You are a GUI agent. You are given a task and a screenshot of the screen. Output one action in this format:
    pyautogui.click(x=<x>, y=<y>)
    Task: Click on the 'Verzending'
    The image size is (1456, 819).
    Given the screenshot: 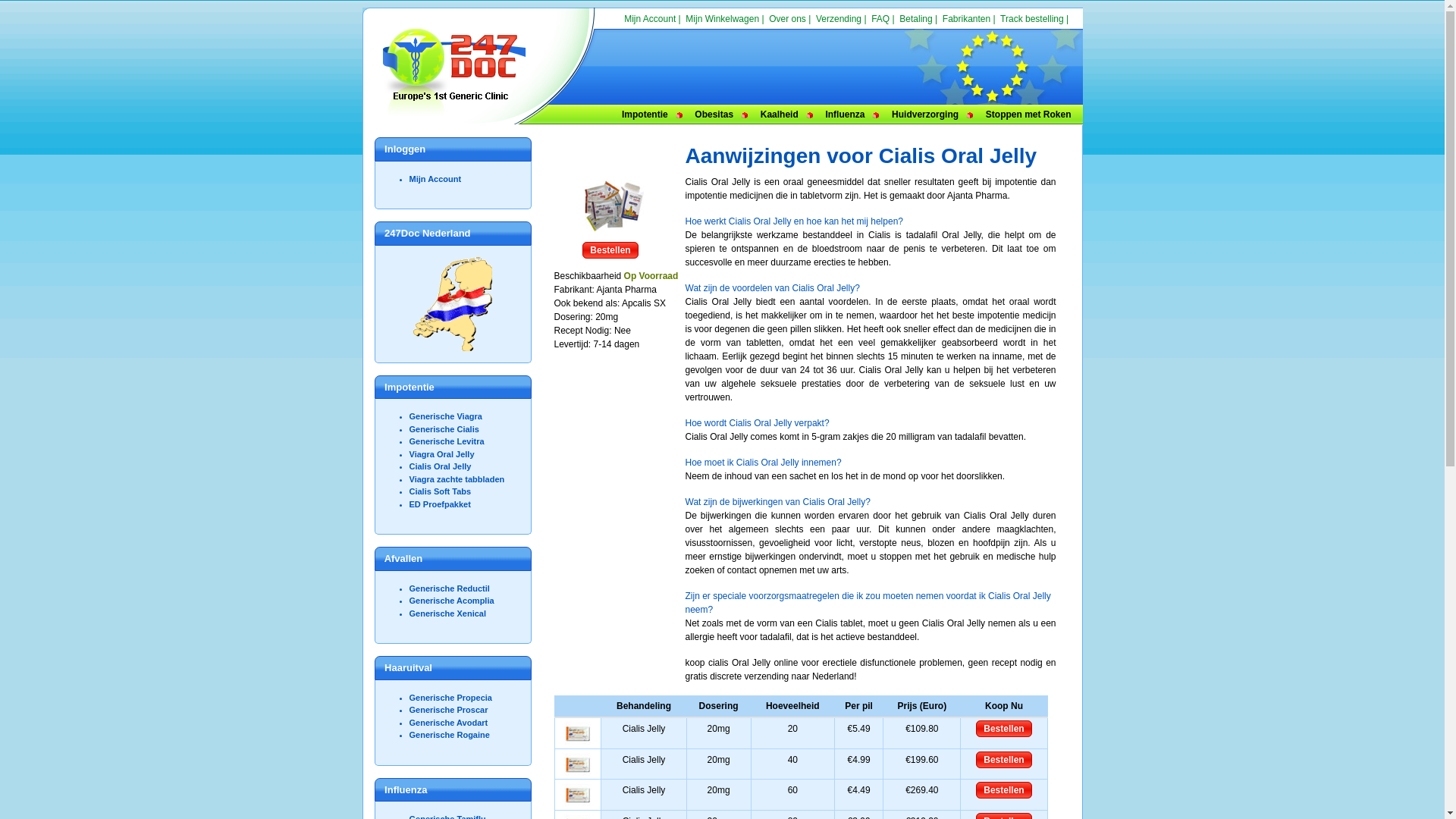 What is the action you would take?
    pyautogui.click(x=837, y=18)
    